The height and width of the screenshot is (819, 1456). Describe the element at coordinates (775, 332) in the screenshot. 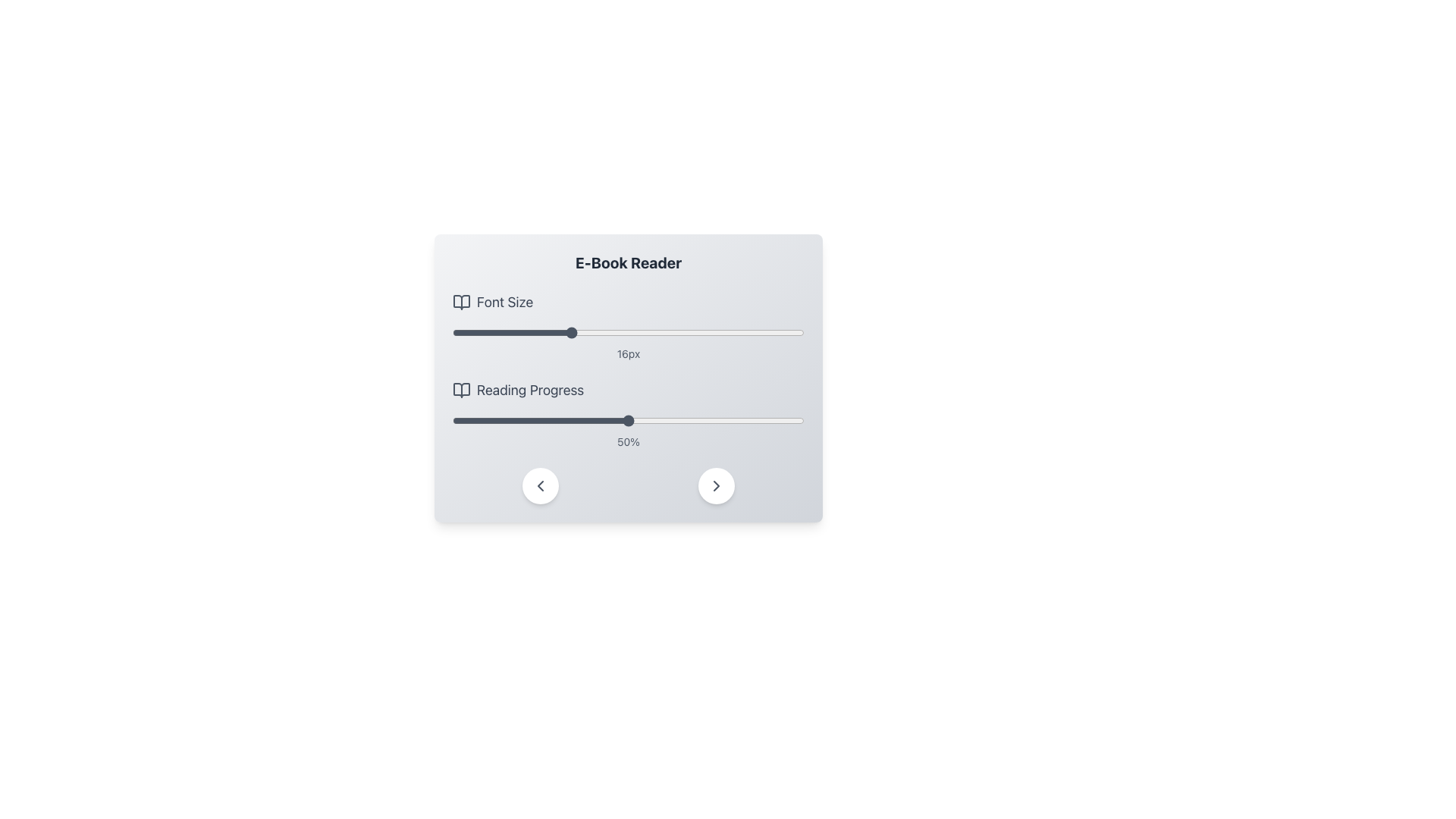

I see `the font size` at that location.